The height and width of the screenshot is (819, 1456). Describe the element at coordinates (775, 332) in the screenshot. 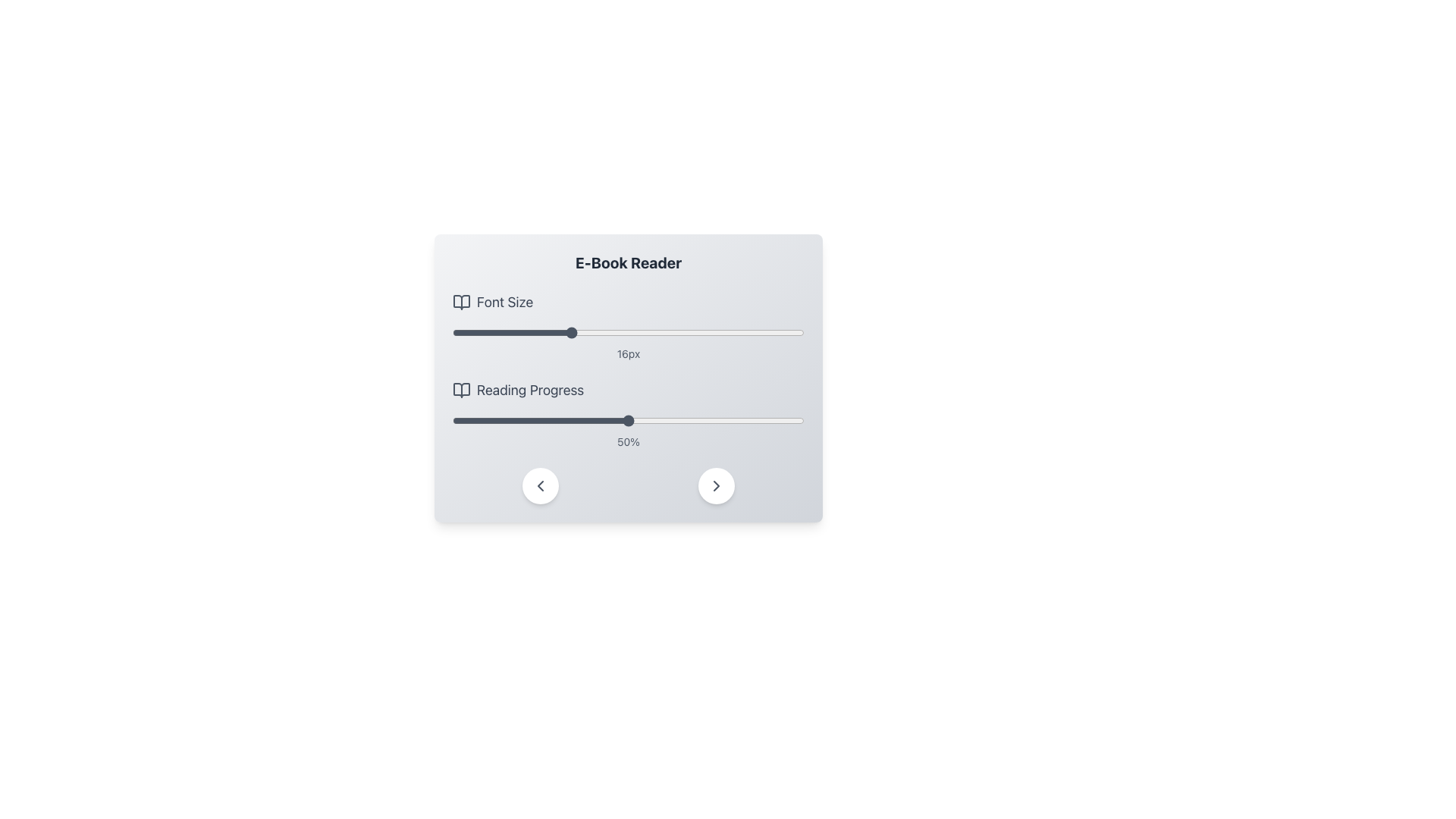

I see `the font size` at that location.